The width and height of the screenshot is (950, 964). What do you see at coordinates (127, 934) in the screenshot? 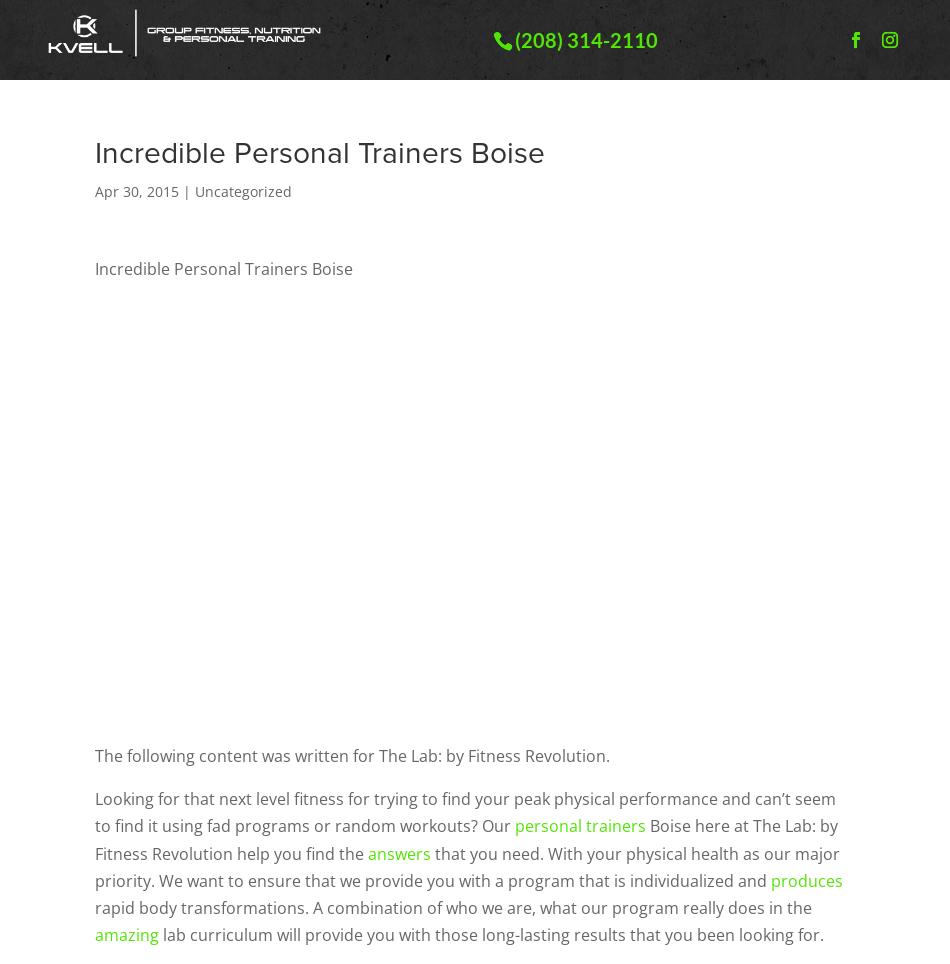
I see `'amazing'` at bounding box center [127, 934].